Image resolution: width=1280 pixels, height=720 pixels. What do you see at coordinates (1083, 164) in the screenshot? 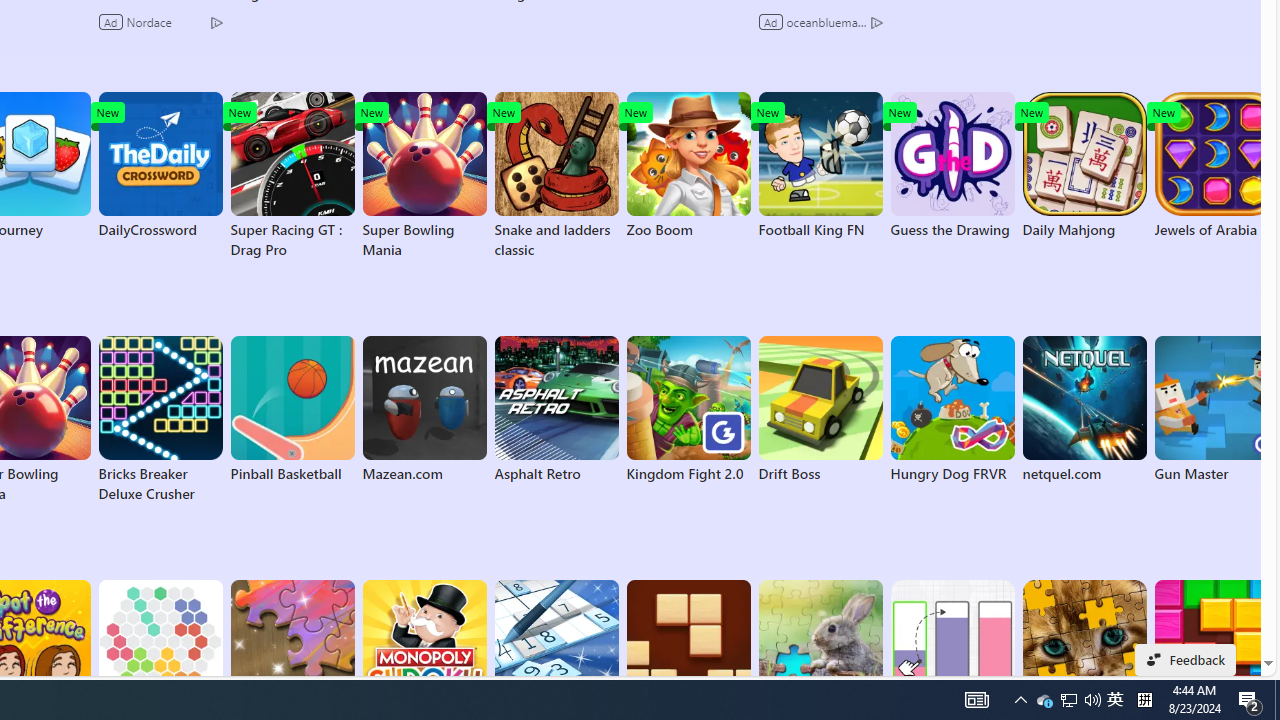
I see `'Daily Mahjong'` at bounding box center [1083, 164].